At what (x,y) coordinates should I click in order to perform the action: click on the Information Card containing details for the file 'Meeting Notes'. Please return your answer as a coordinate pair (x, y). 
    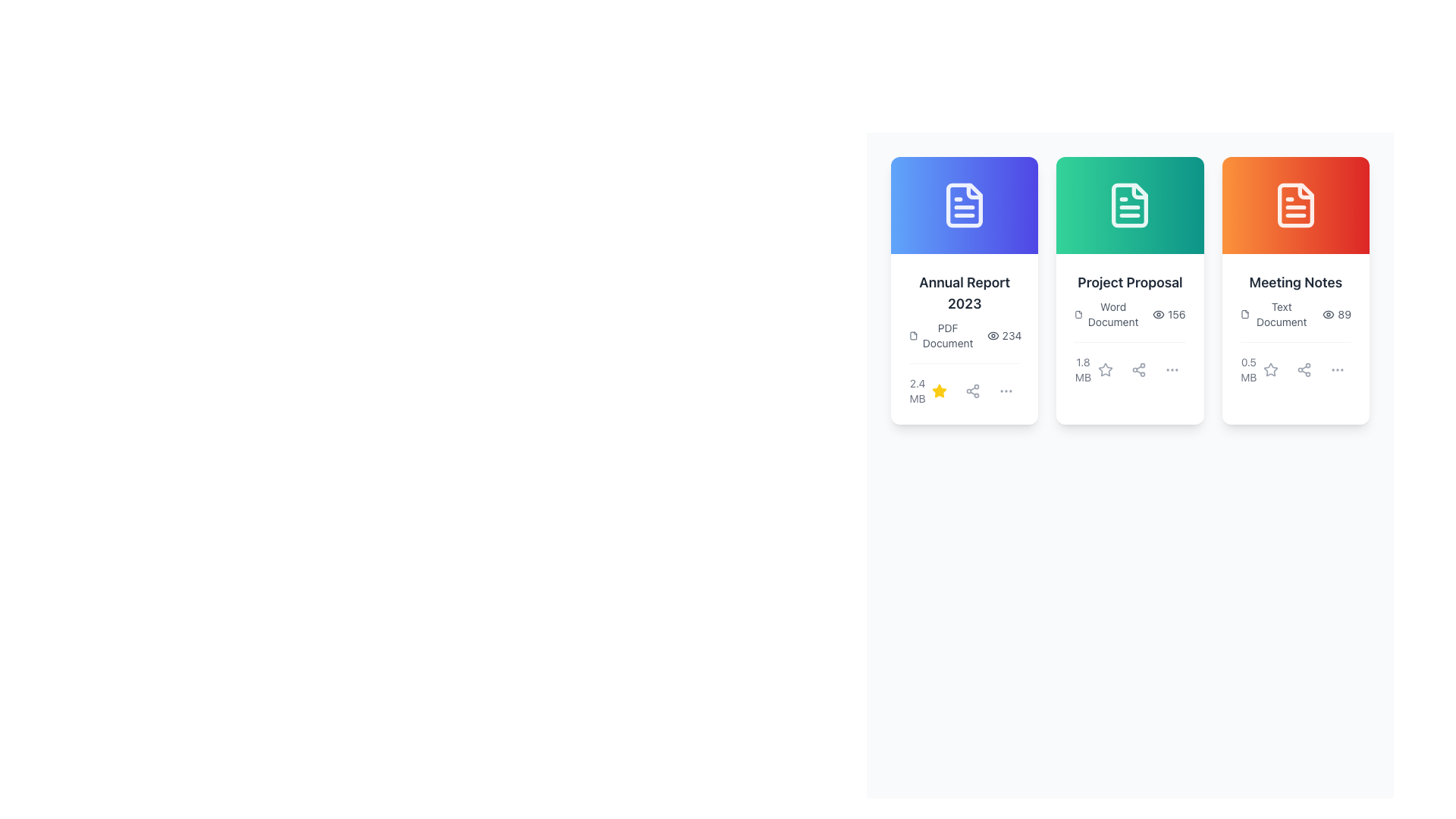
    Looking at the image, I should click on (1294, 290).